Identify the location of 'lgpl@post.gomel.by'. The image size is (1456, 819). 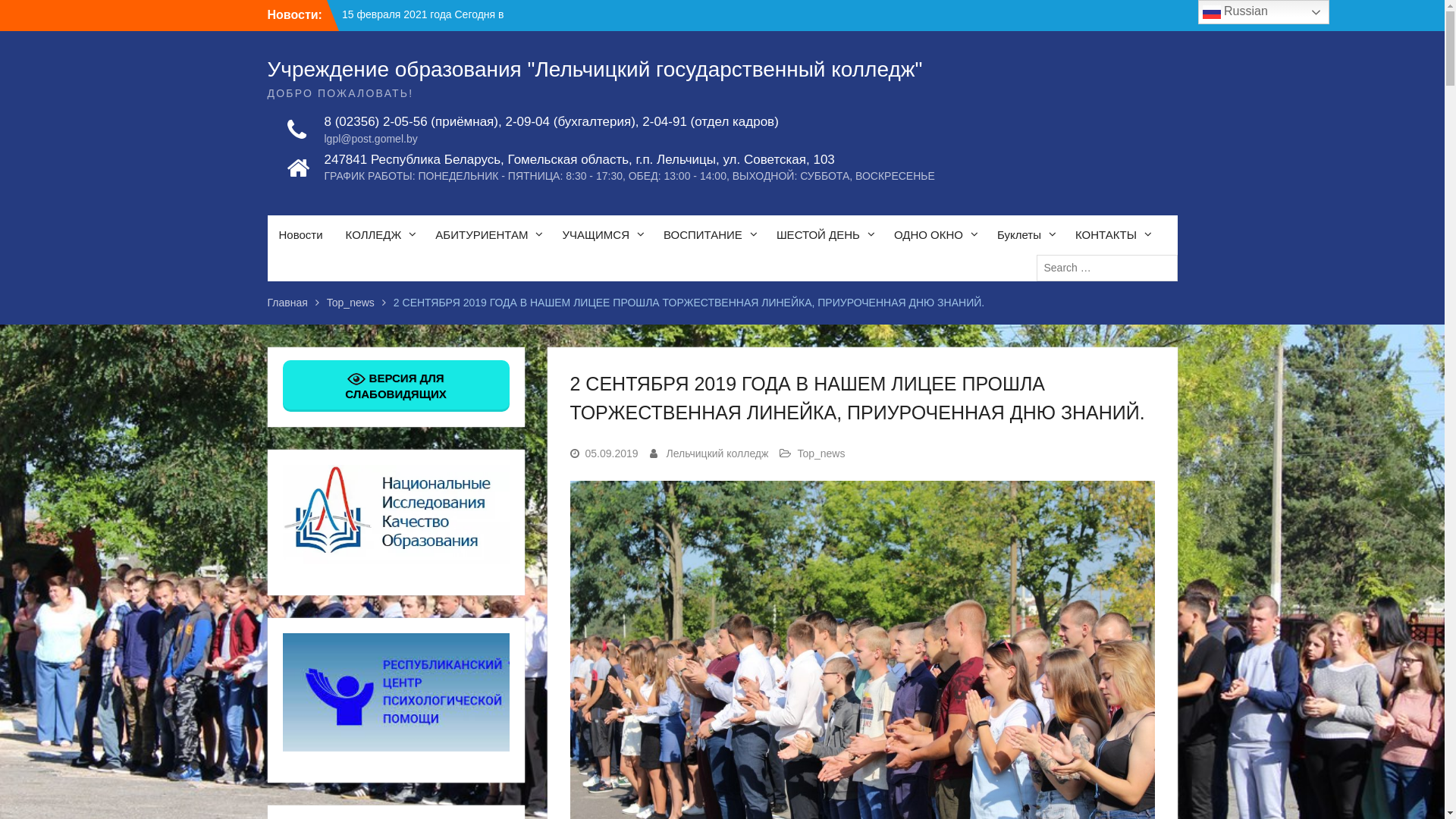
(550, 139).